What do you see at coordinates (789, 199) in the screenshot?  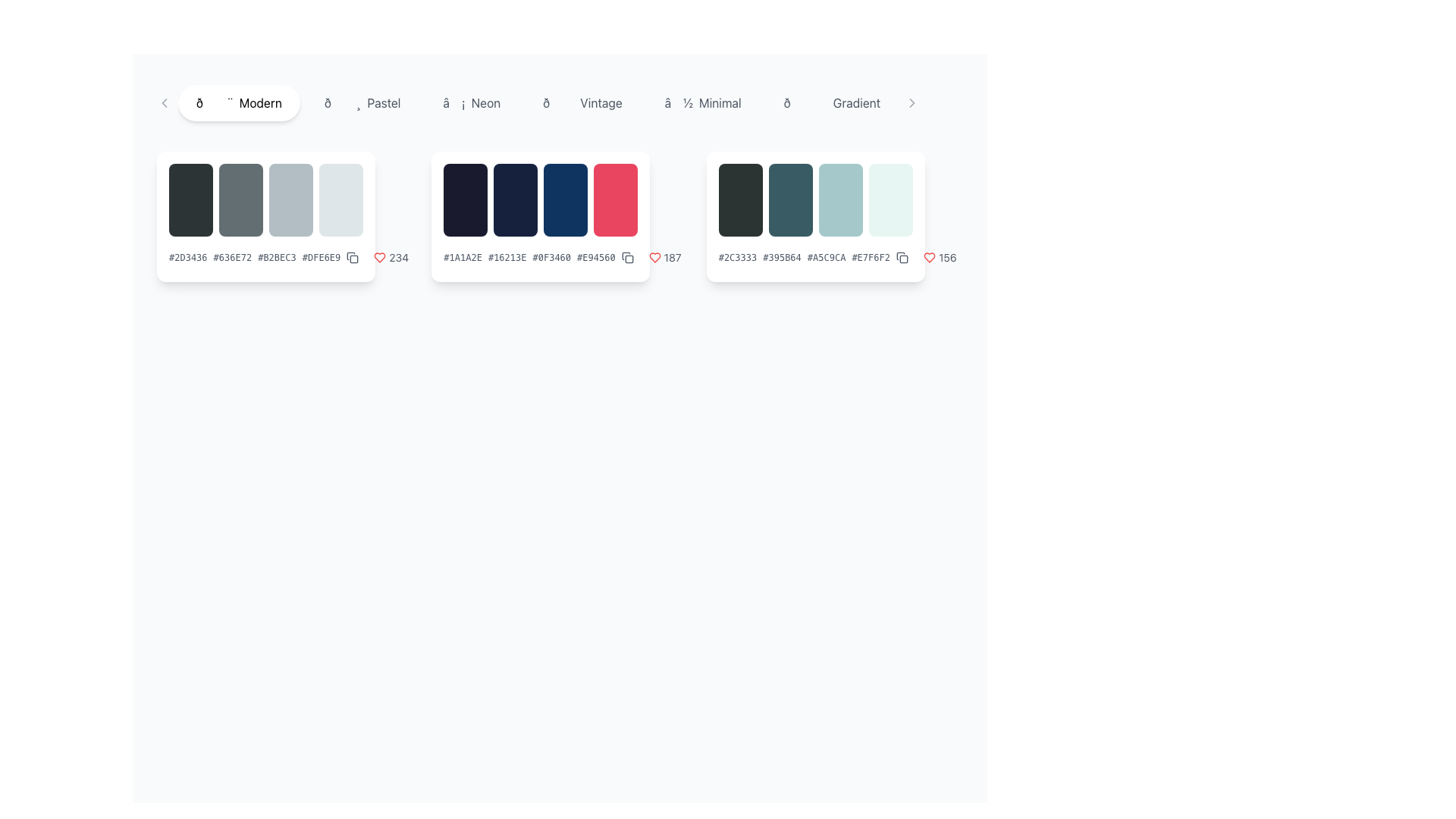 I see `the decorative box, which is the second rectangular component with rounded corners and a dark teal background in a horizontal sequence of four similar elements` at bounding box center [789, 199].